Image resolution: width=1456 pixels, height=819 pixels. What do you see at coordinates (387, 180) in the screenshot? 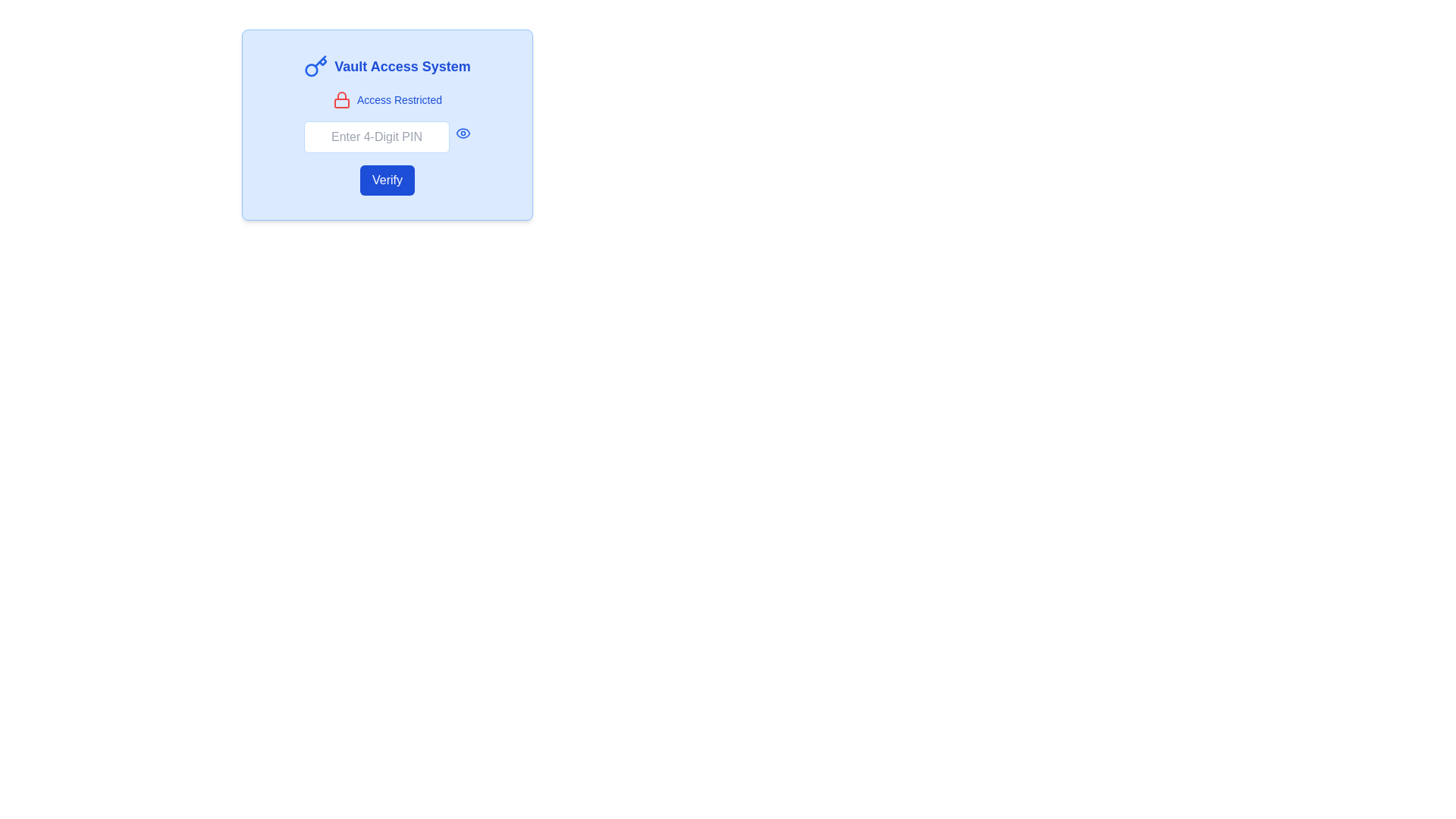
I see `the 'Submit' button in the 'Vault Access System' card to observe any hover styling effects` at bounding box center [387, 180].